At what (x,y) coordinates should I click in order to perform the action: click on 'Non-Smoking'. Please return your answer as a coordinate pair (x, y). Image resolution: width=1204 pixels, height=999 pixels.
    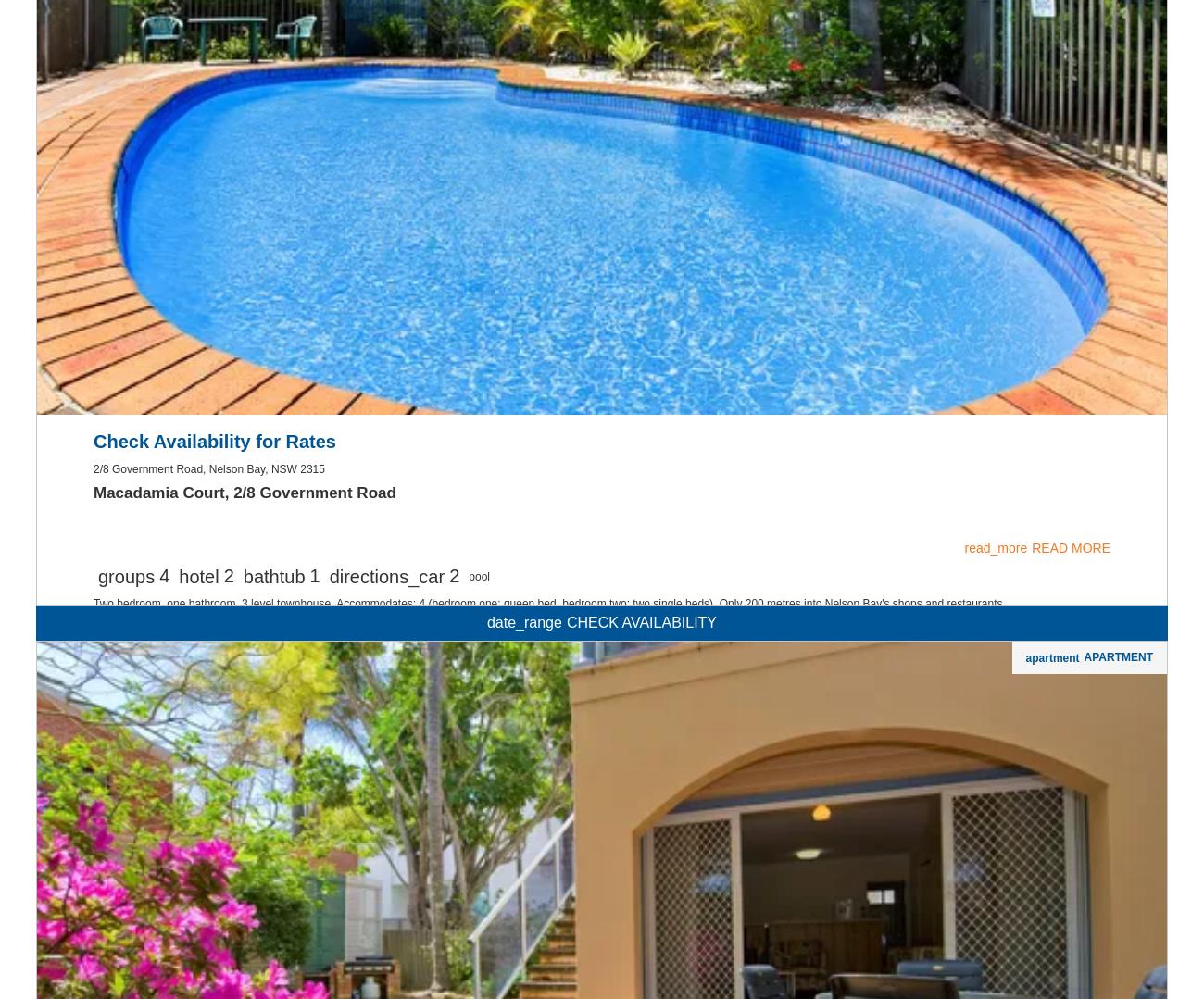
    Looking at the image, I should click on (601, 123).